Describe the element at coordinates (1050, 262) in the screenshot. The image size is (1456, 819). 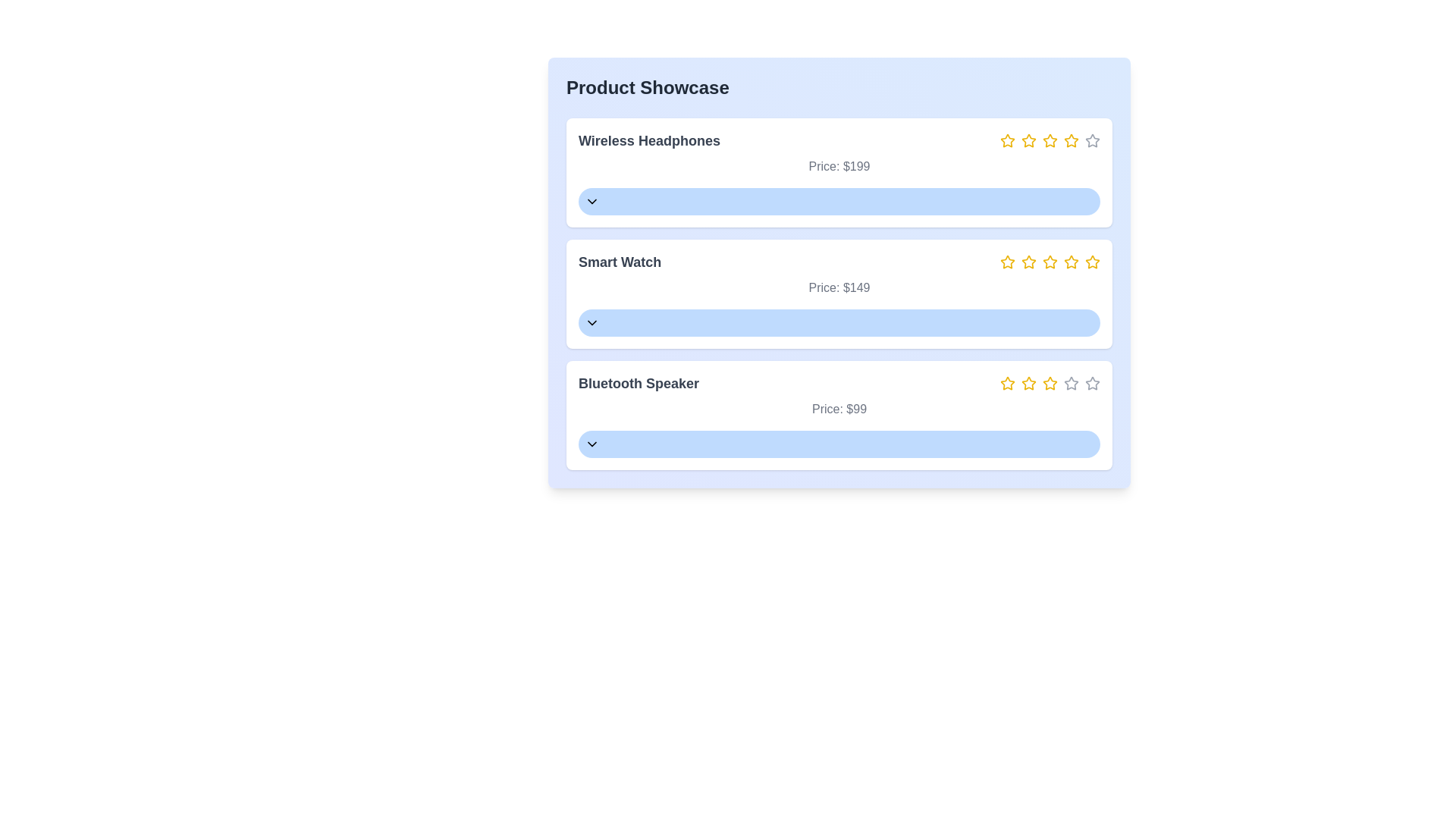
I see `the fourth yellow star in the rating widget for the 'Smart Watch' section` at that location.